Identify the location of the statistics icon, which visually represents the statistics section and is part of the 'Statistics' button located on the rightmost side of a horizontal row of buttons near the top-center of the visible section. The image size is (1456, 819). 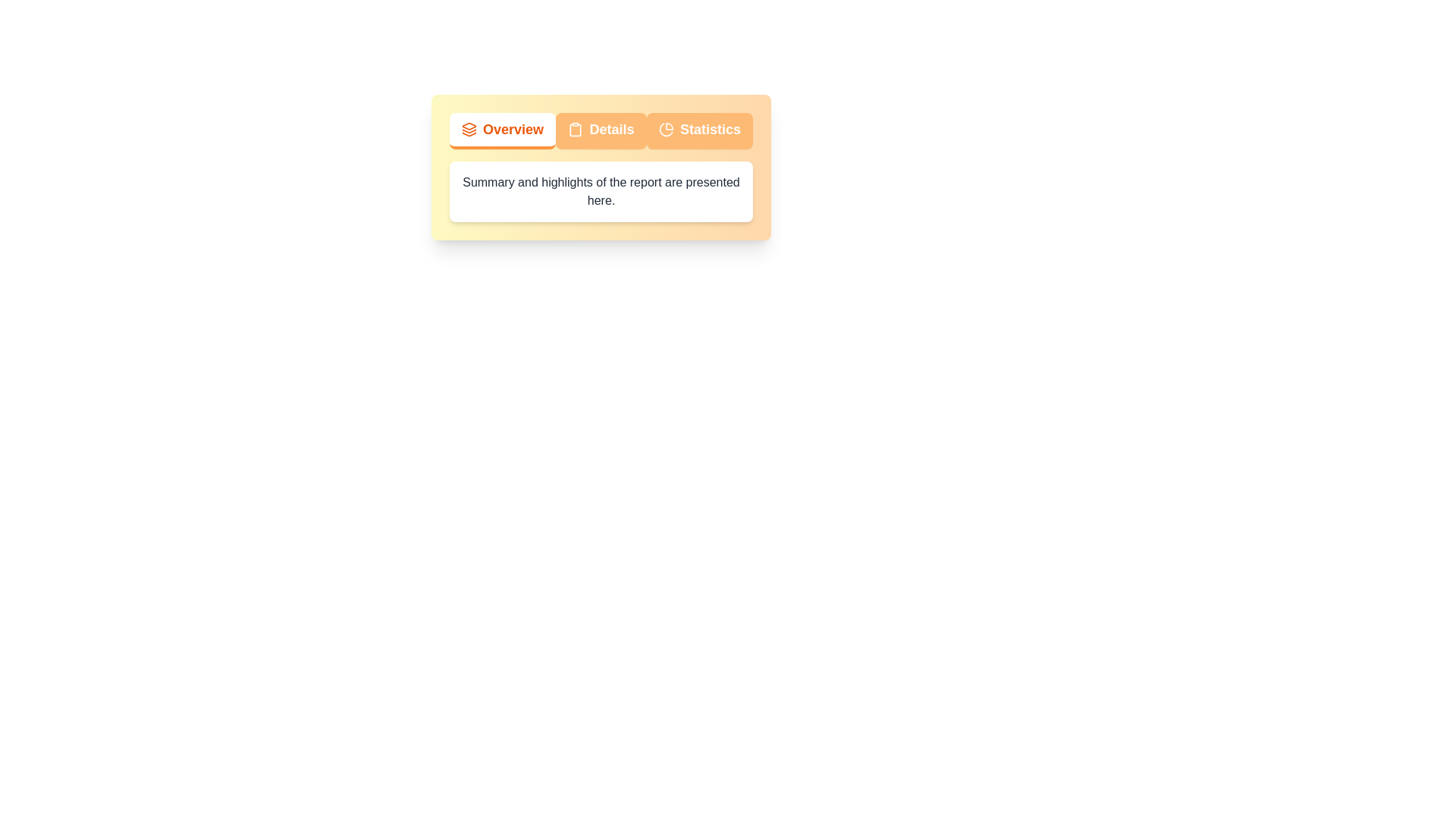
(666, 128).